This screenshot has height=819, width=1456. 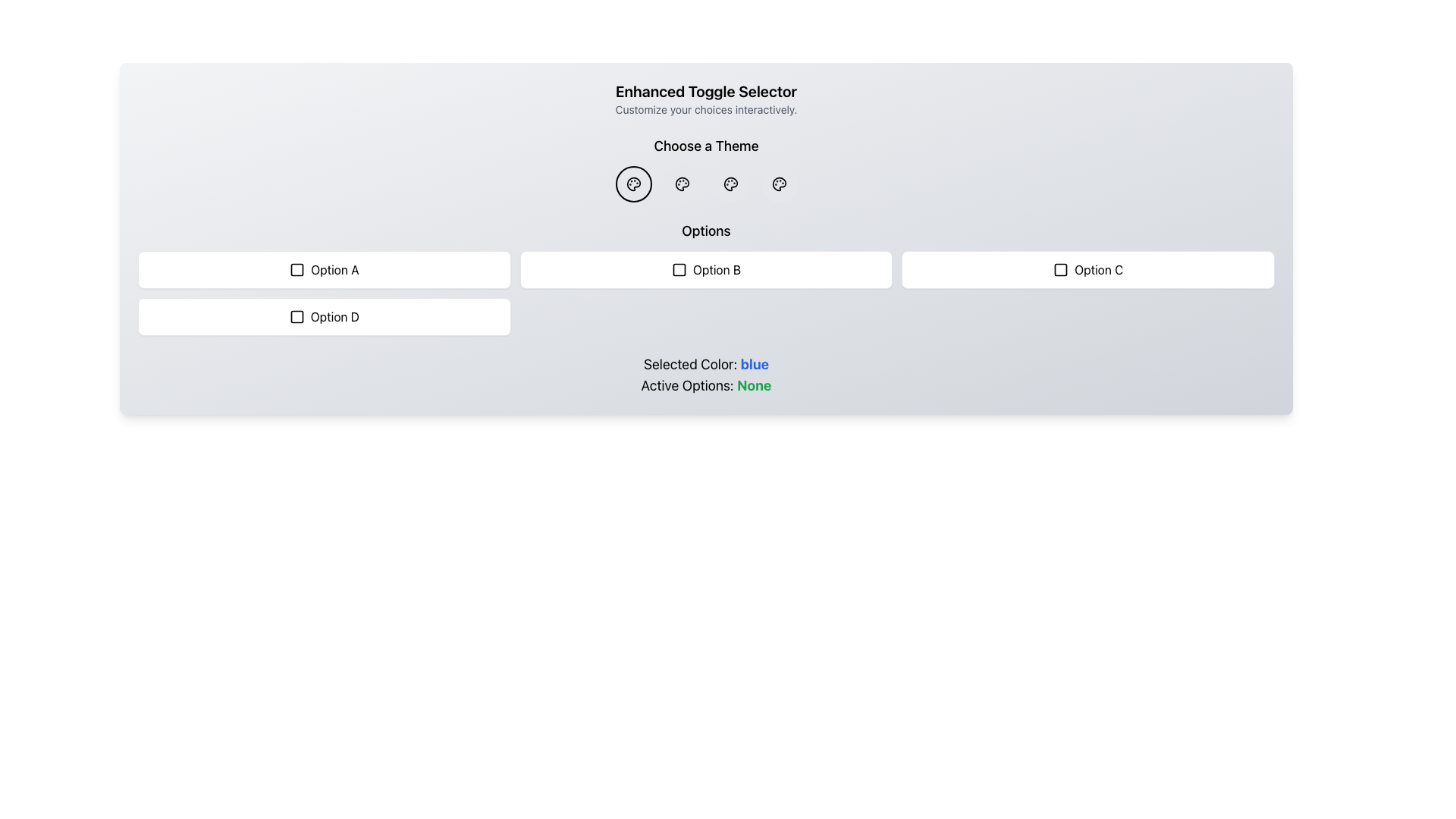 I want to click on the circular button with a gray background and painter's palette icon, located under the 'Choose a Theme' section, so click(x=730, y=184).